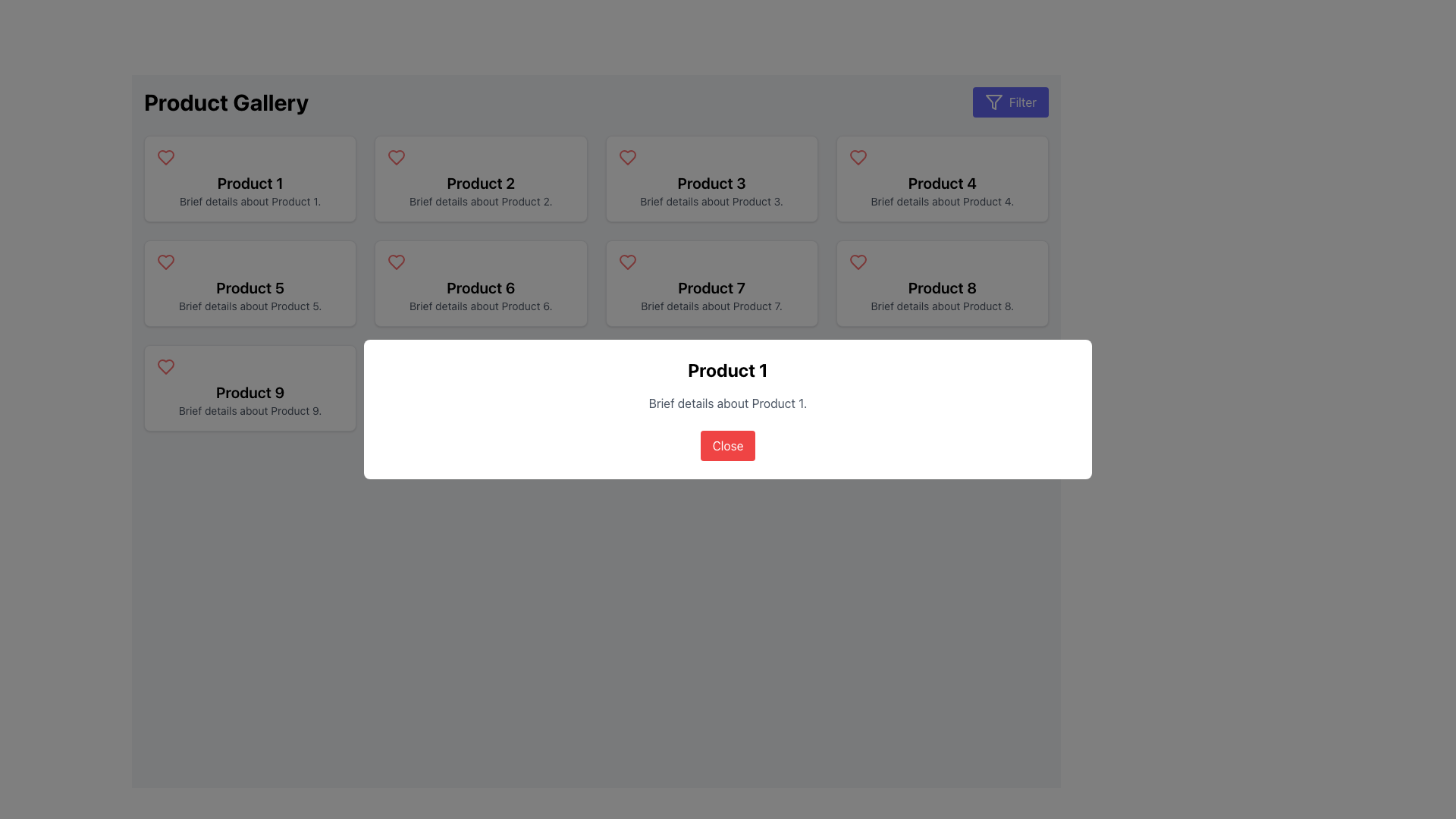 Image resolution: width=1456 pixels, height=819 pixels. I want to click on the text reading 'Brief details about Product 2.' which is located directly below the title 'Product 2' in the second product card of the gallery, so click(480, 201).